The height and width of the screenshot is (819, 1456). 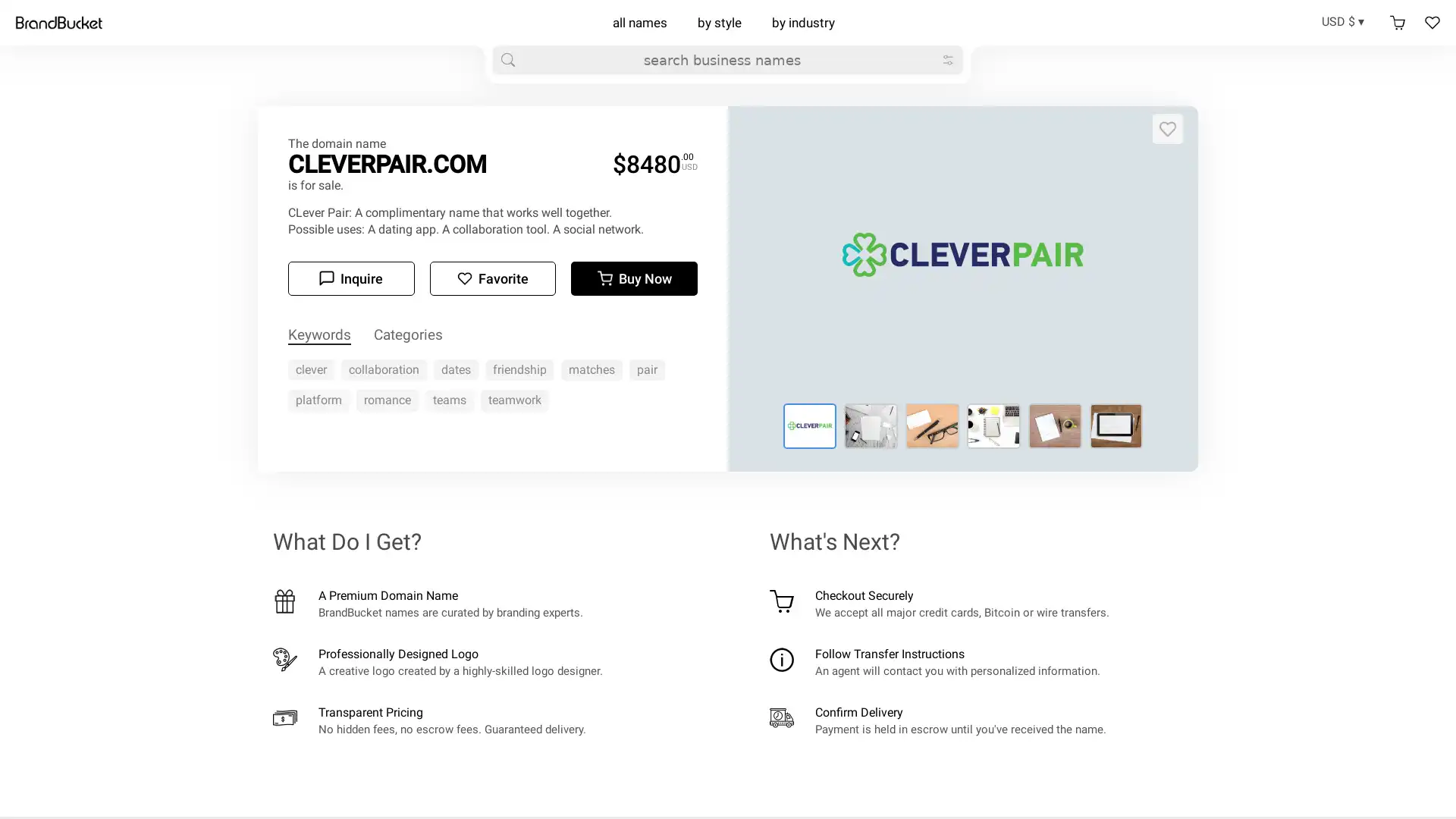 What do you see at coordinates (408, 334) in the screenshot?
I see `Categories` at bounding box center [408, 334].